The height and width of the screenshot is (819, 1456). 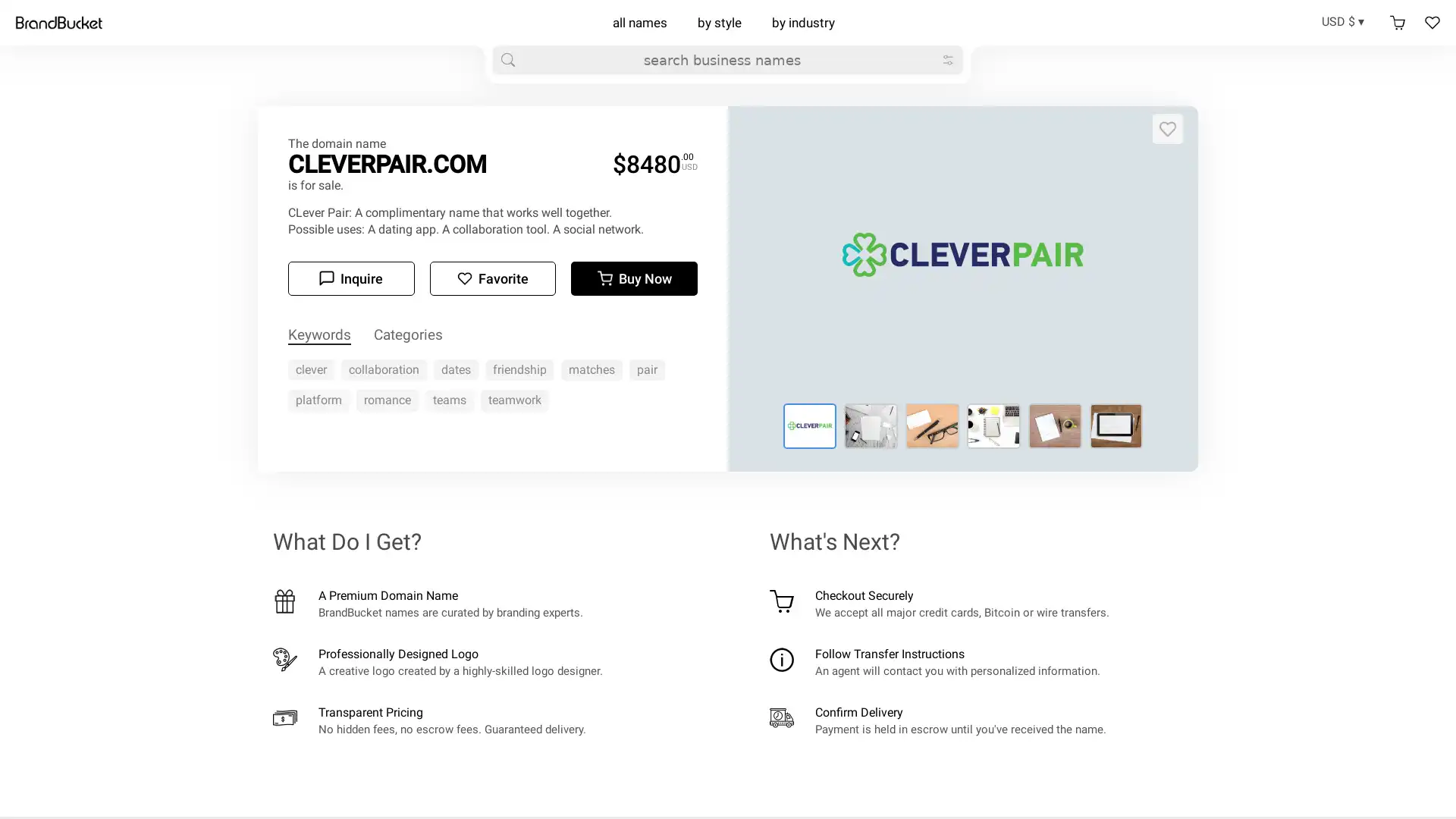 What do you see at coordinates (408, 334) in the screenshot?
I see `Categories` at bounding box center [408, 334].